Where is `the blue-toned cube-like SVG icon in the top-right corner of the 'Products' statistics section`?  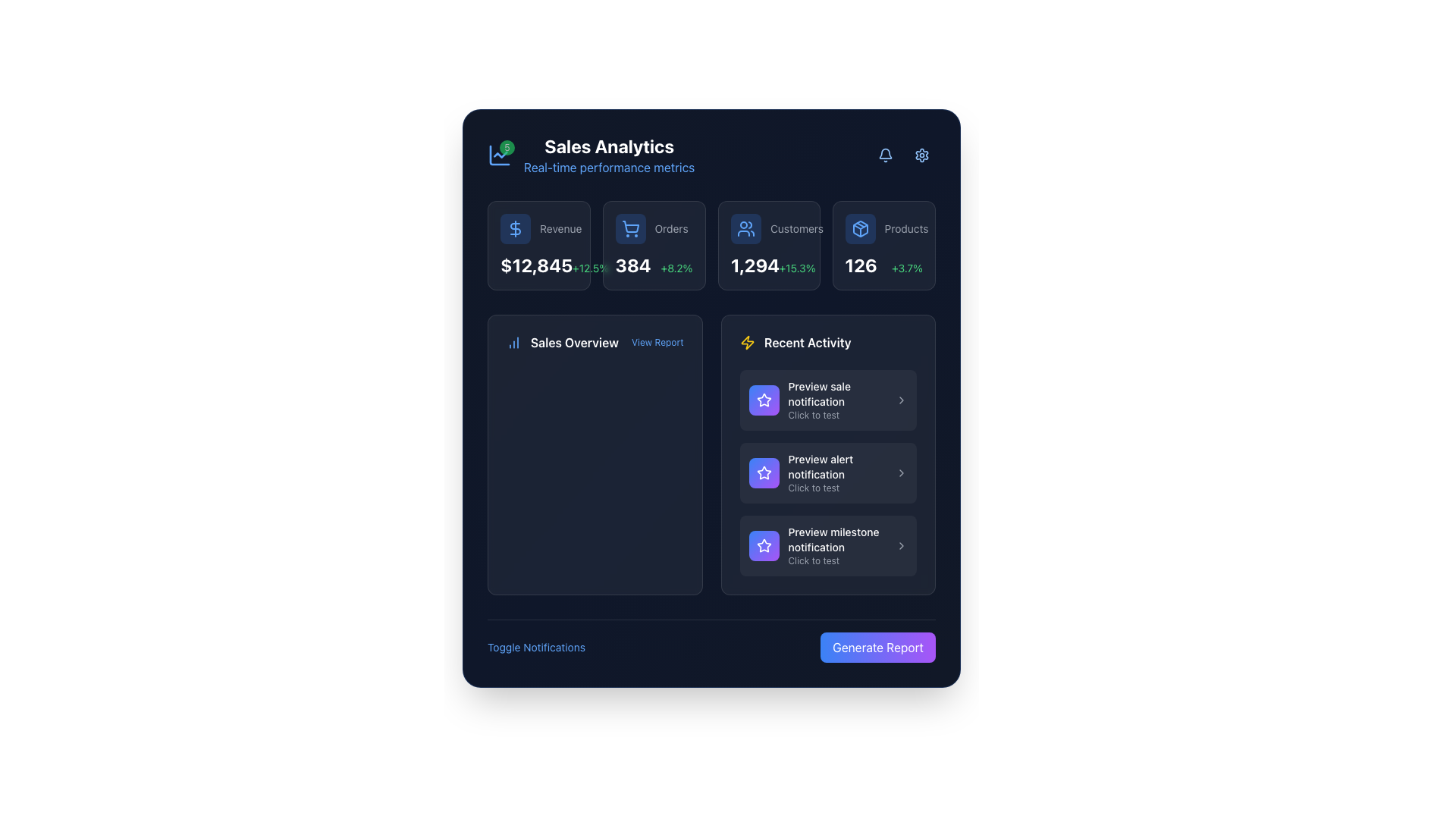
the blue-toned cube-like SVG icon in the top-right corner of the 'Products' statistics section is located at coordinates (861, 228).